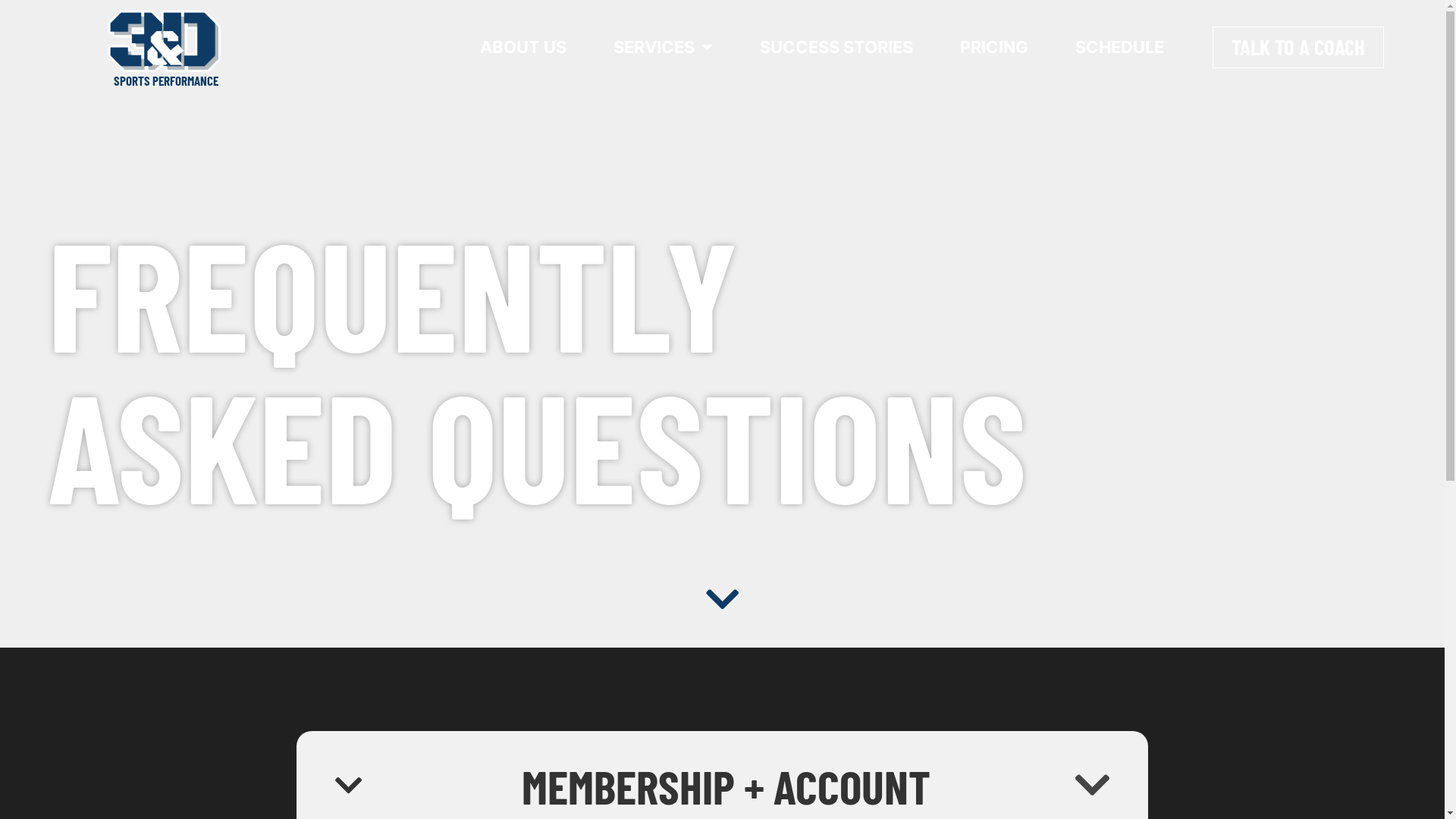 The height and width of the screenshot is (819, 1456). I want to click on 'SCHEDULE', so click(1119, 45).